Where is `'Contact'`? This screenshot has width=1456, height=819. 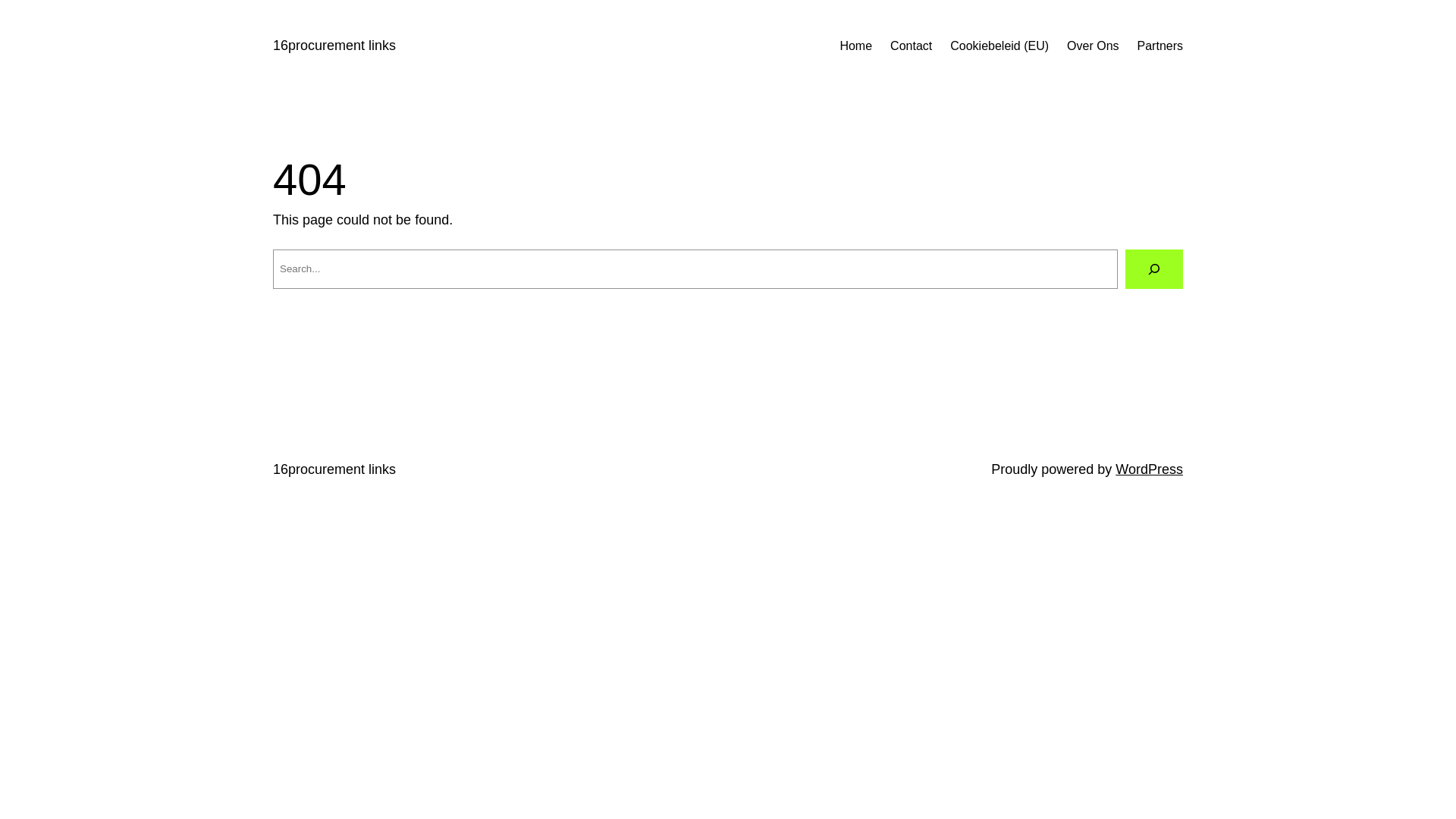
'Contact' is located at coordinates (910, 45).